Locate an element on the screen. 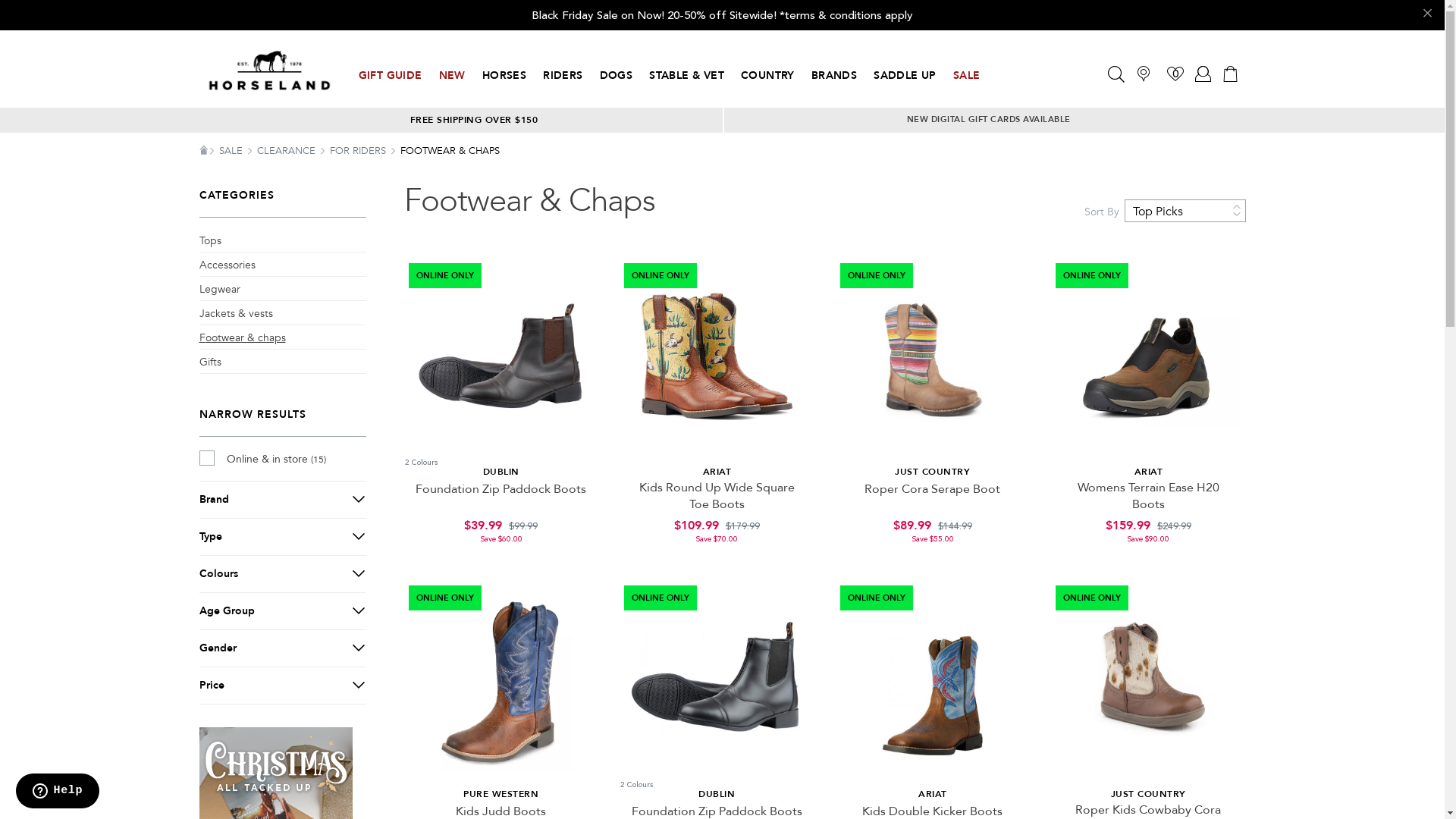 This screenshot has width=1456, height=819. 'CLEARANCE' is located at coordinates (287, 151).